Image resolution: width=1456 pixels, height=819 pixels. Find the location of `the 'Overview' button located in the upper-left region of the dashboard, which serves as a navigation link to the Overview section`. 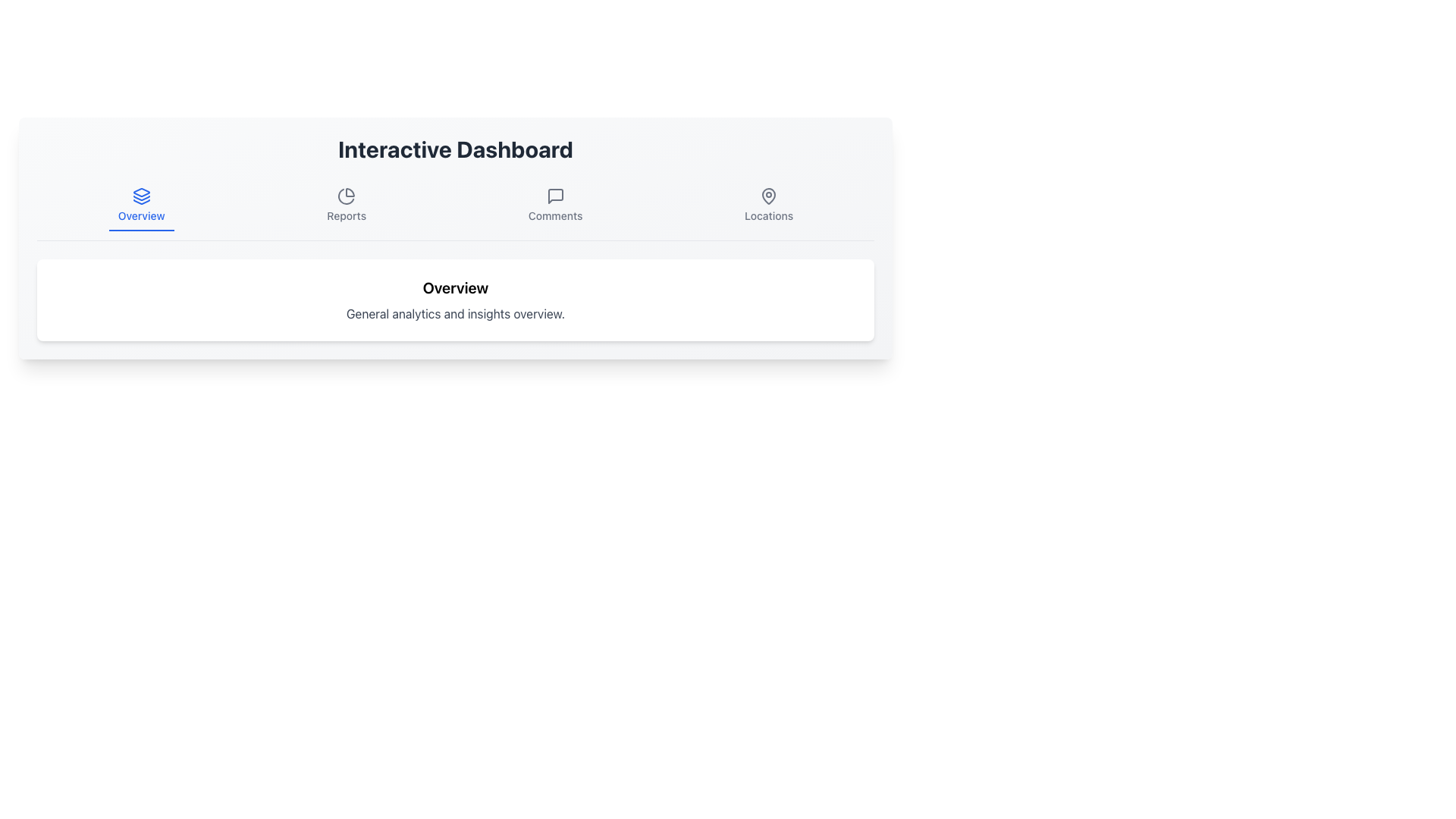

the 'Overview' button located in the upper-left region of the dashboard, which serves as a navigation link to the Overview section is located at coordinates (141, 206).